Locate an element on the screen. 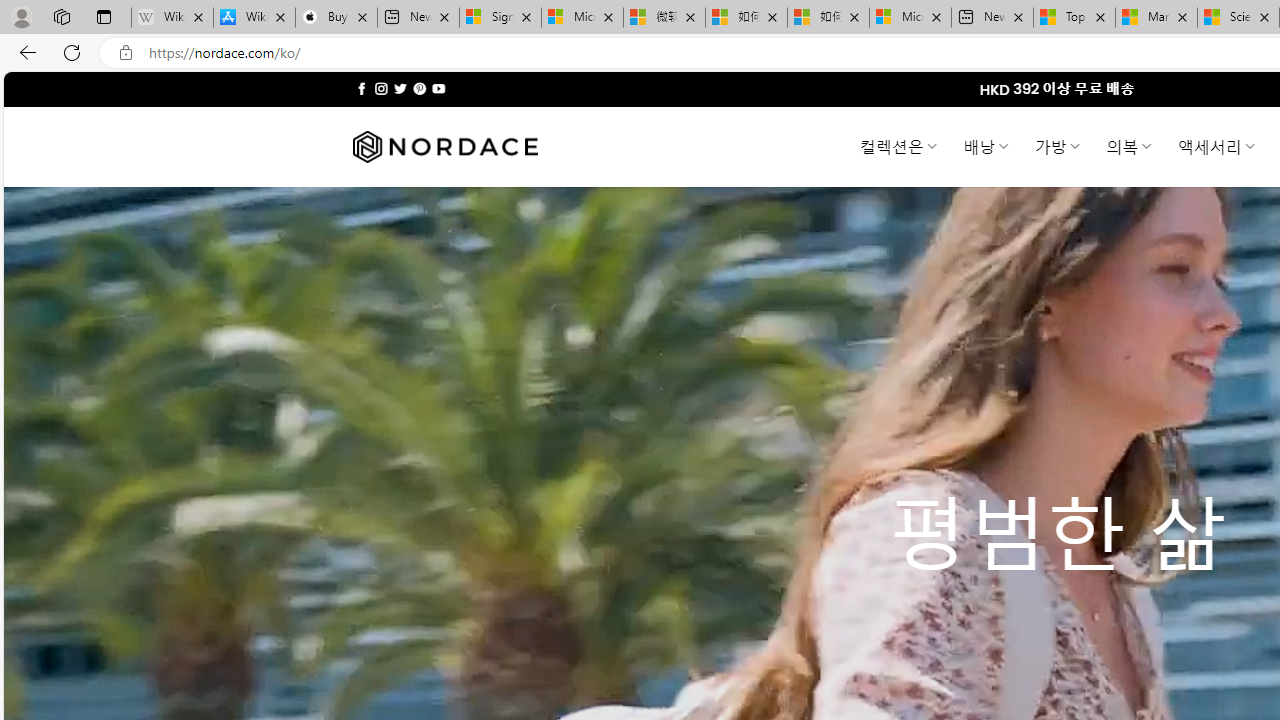 The width and height of the screenshot is (1280, 720). 'Microsoft account | Account Checkup' is located at coordinates (909, 17).